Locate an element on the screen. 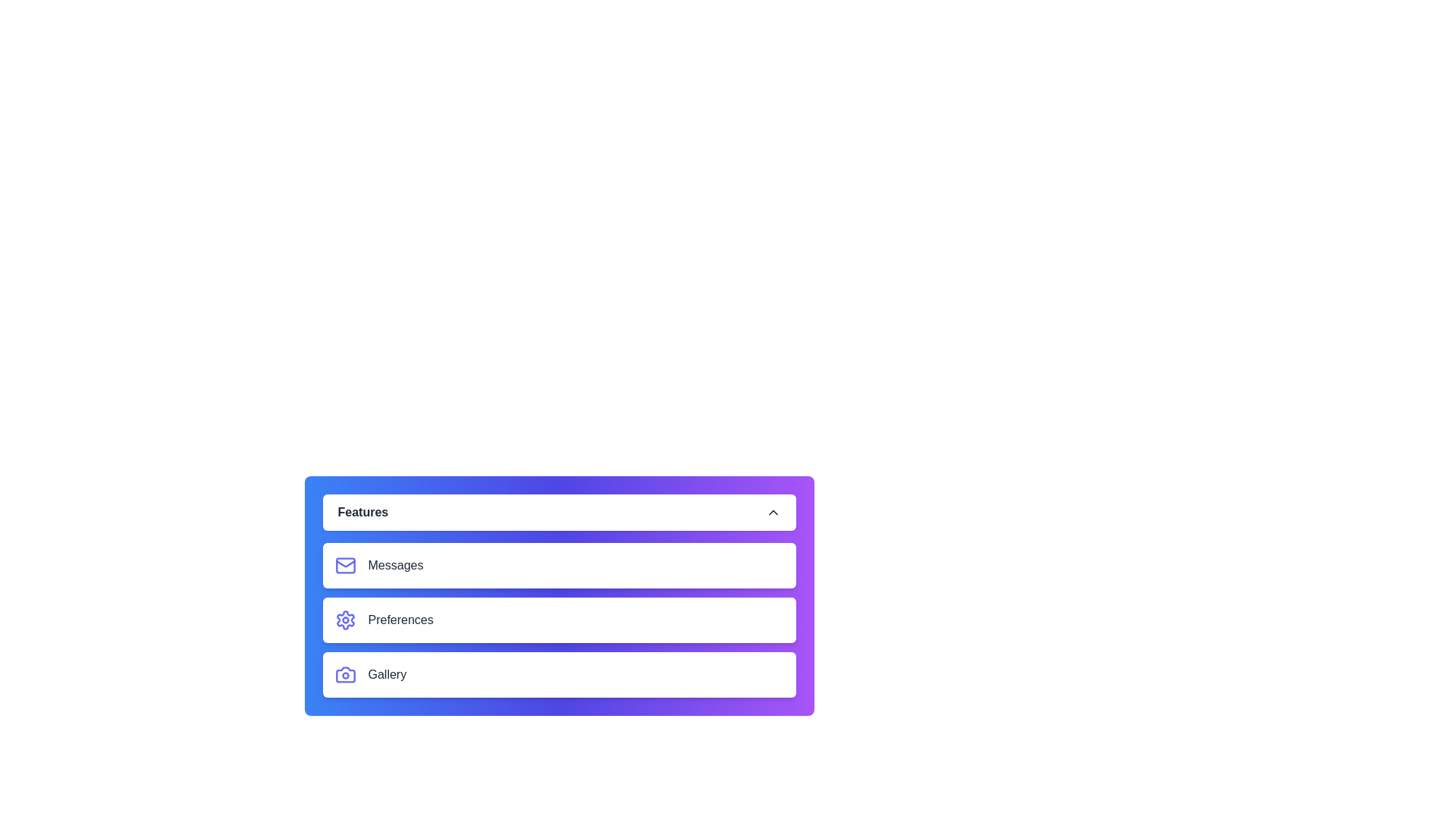  the menu item labeled Messages to inspect its icon is located at coordinates (558, 565).